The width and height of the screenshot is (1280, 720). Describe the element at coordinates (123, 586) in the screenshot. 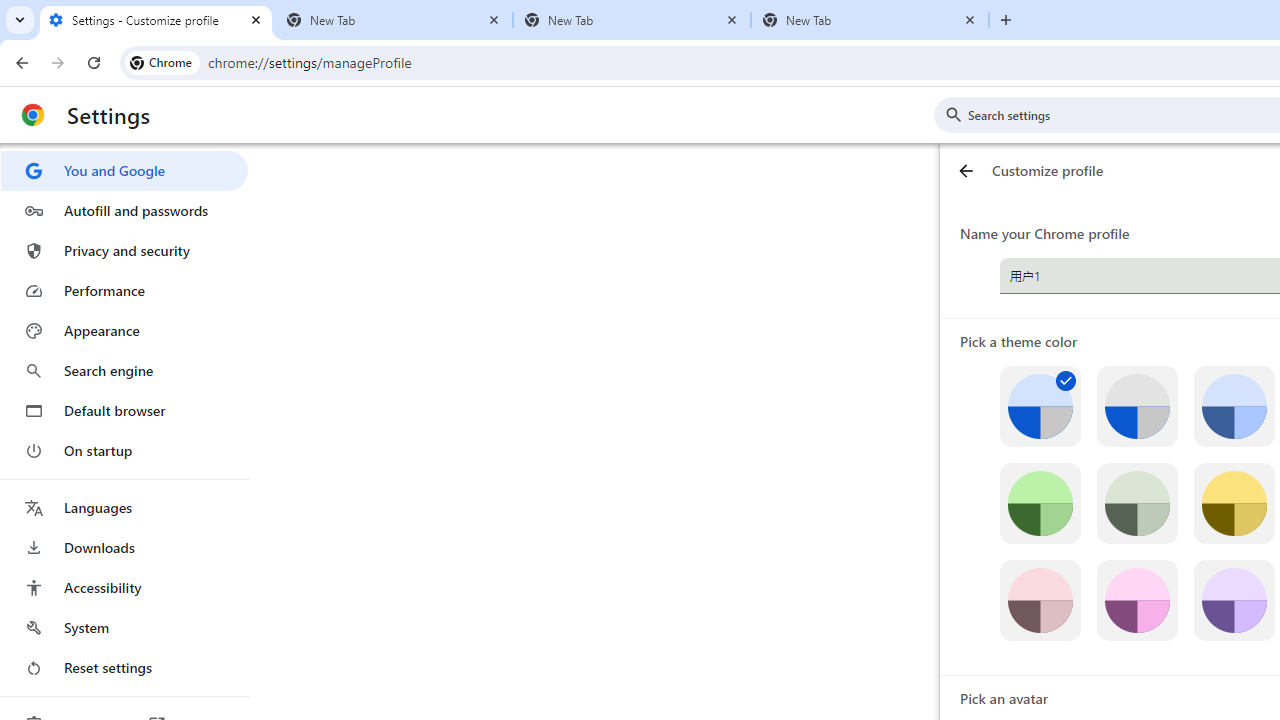

I see `'Accessibility'` at that location.